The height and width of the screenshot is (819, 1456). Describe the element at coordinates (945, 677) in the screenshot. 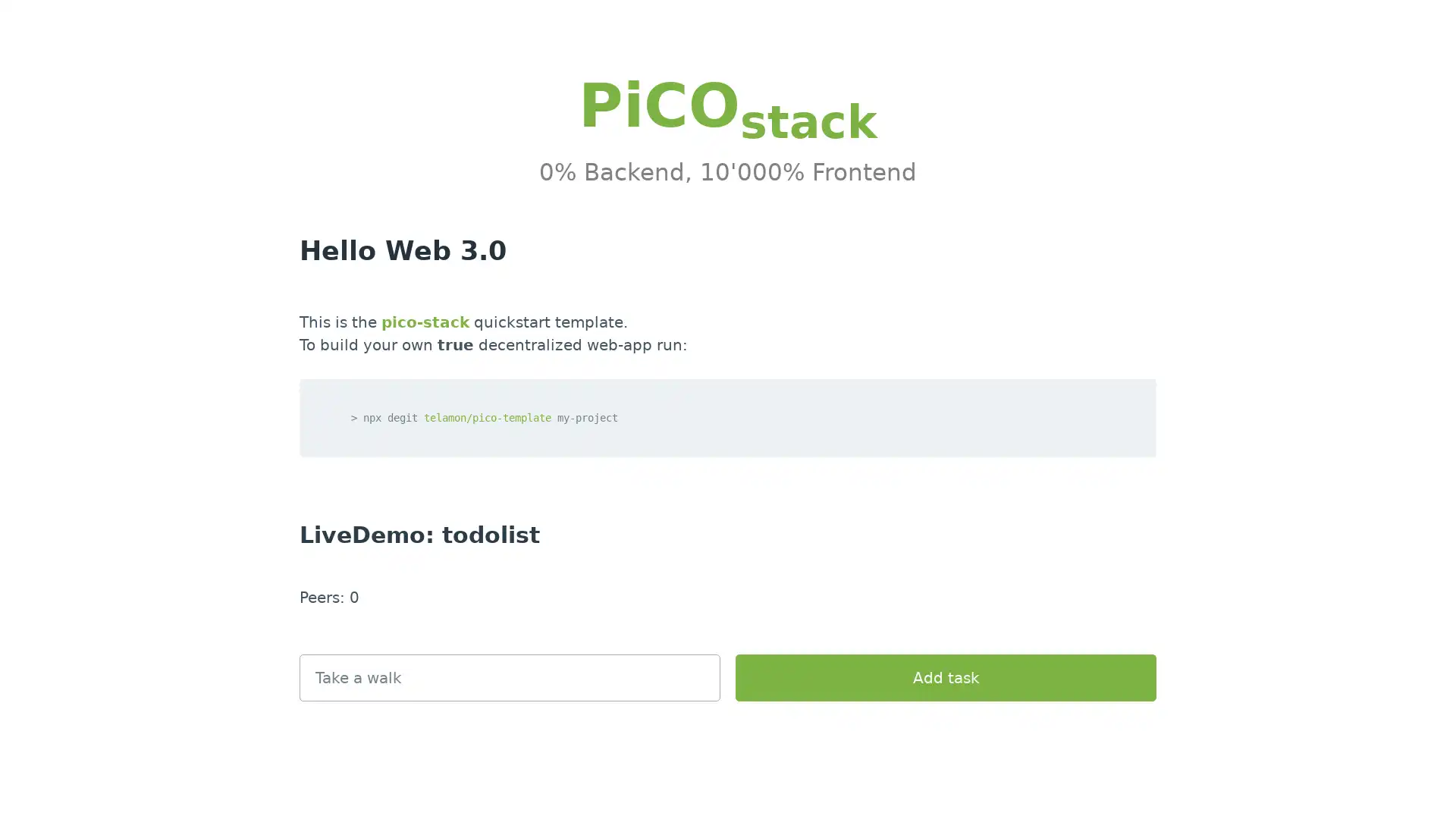

I see `Add task` at that location.